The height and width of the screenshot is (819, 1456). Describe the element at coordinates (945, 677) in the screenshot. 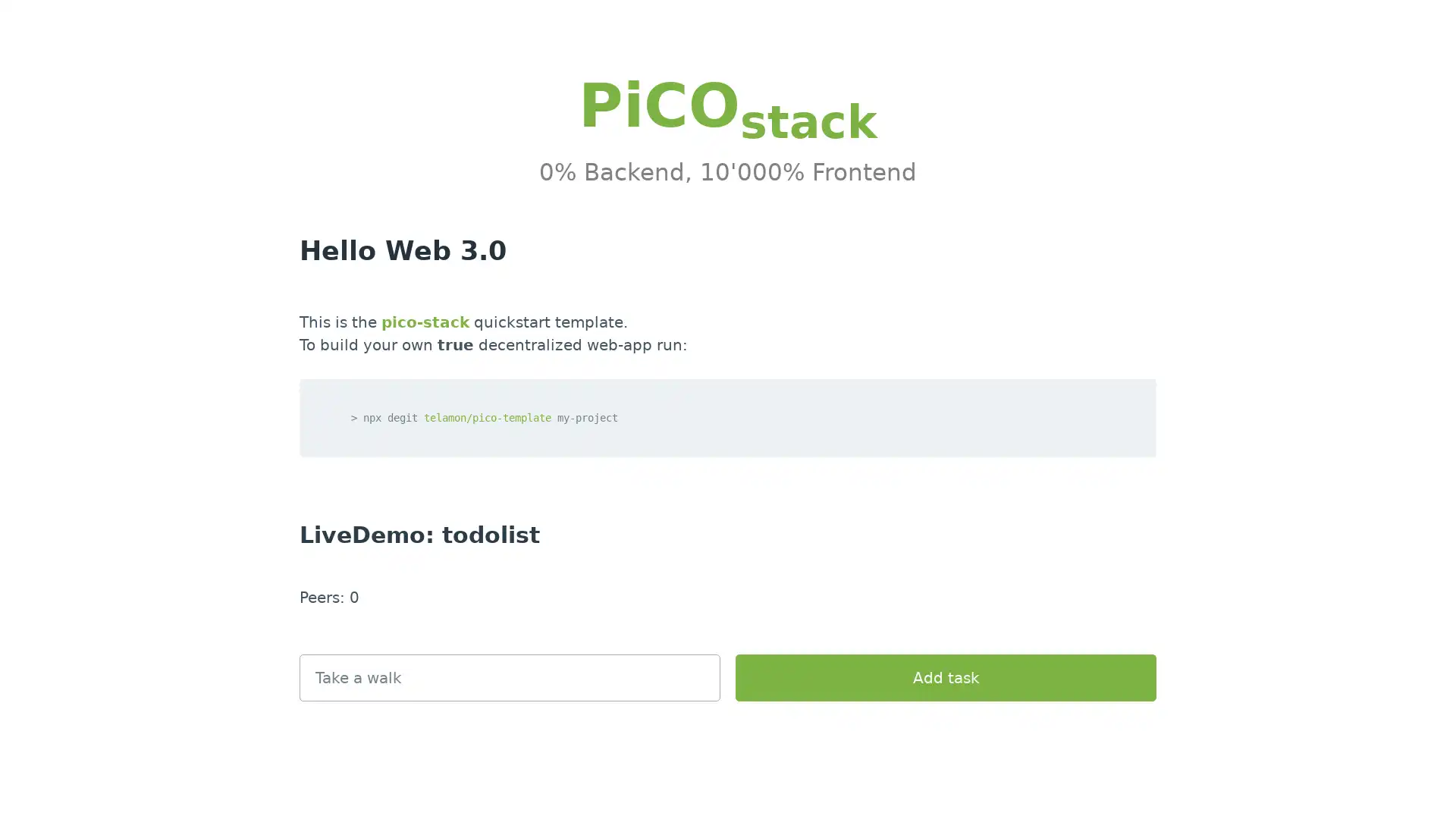

I see `Add task` at that location.